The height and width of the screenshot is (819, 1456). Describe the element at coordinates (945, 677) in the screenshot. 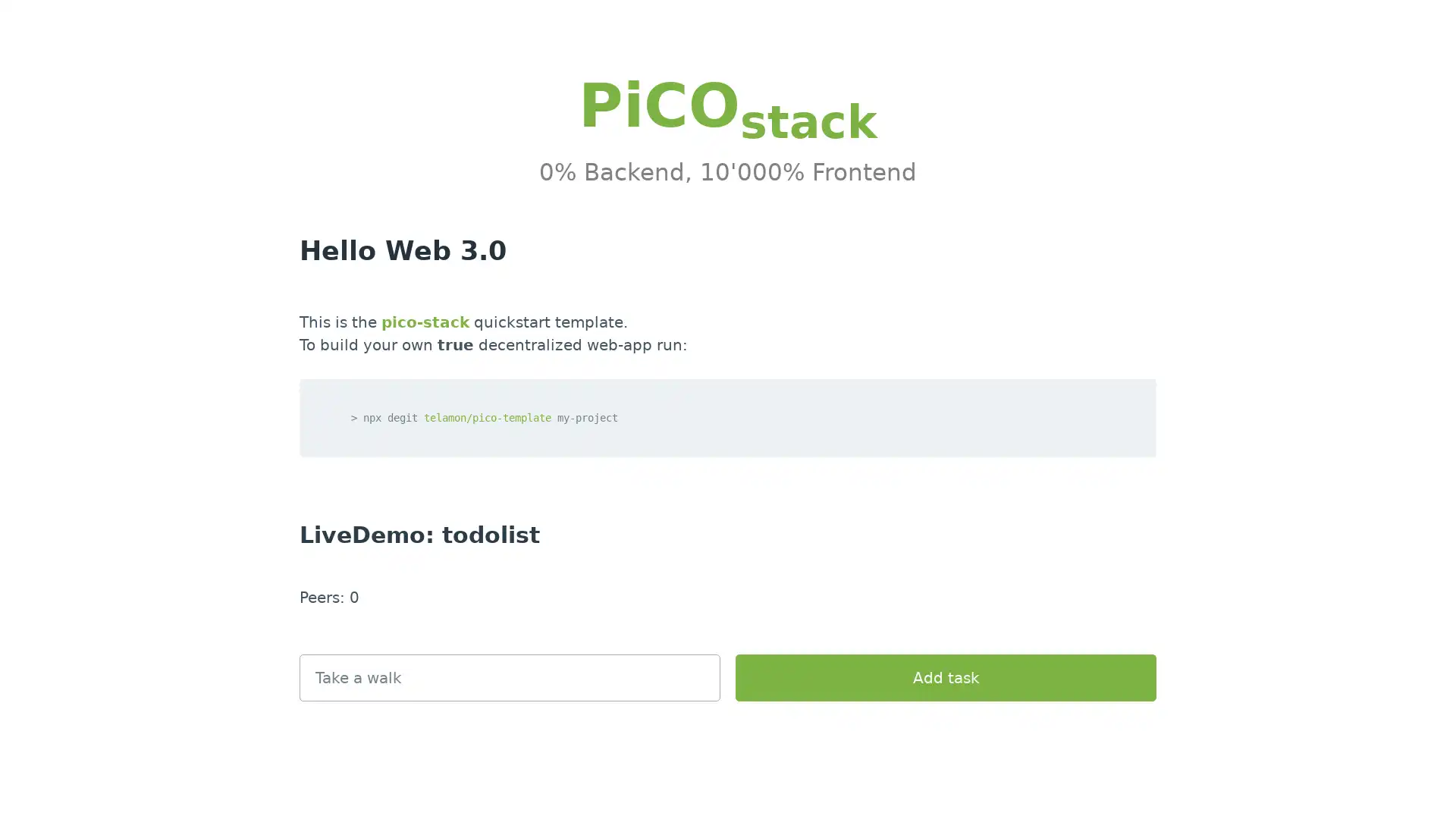

I see `Add task` at that location.